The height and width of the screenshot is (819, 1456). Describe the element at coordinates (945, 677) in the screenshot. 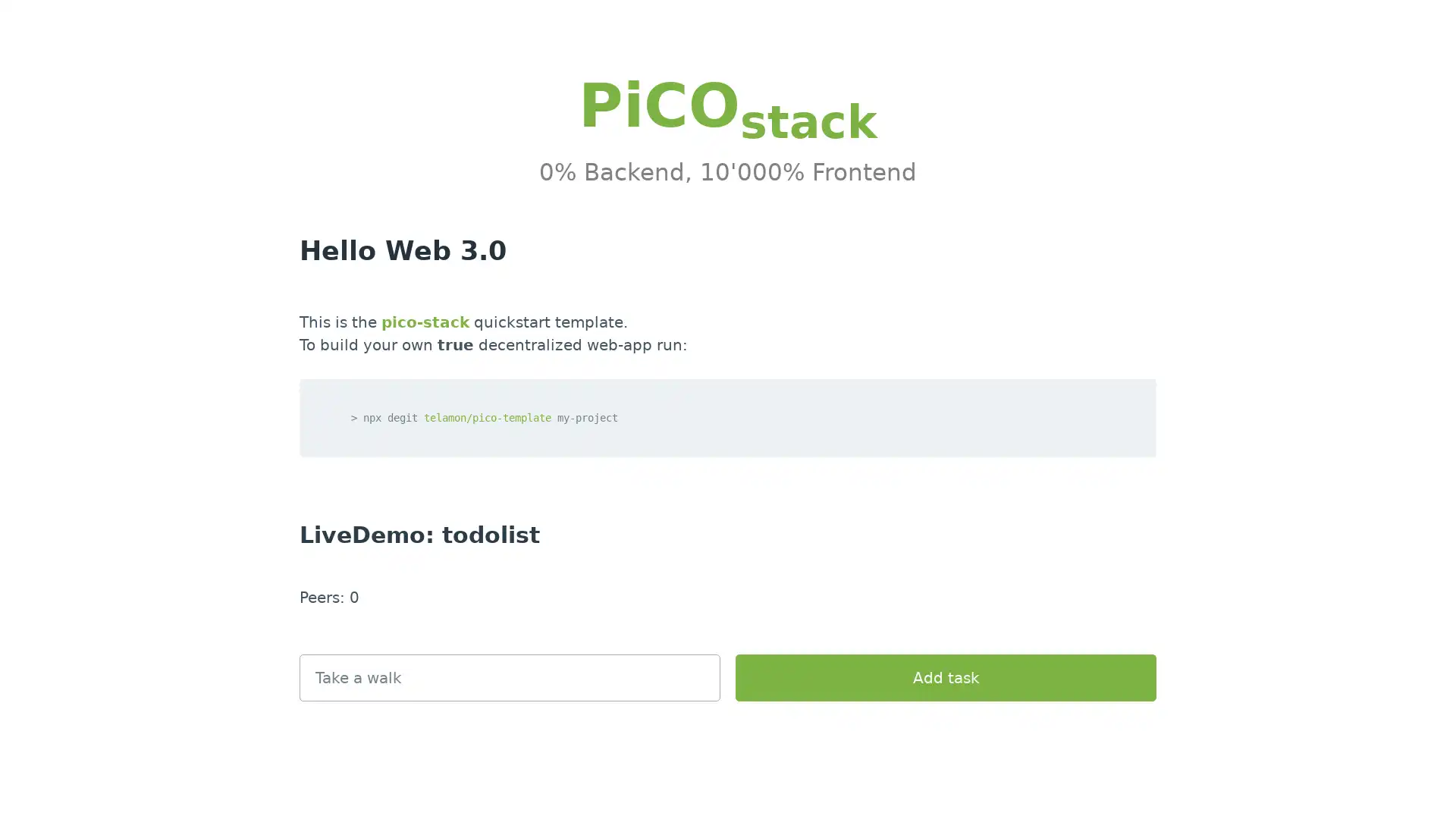

I see `Add task` at that location.